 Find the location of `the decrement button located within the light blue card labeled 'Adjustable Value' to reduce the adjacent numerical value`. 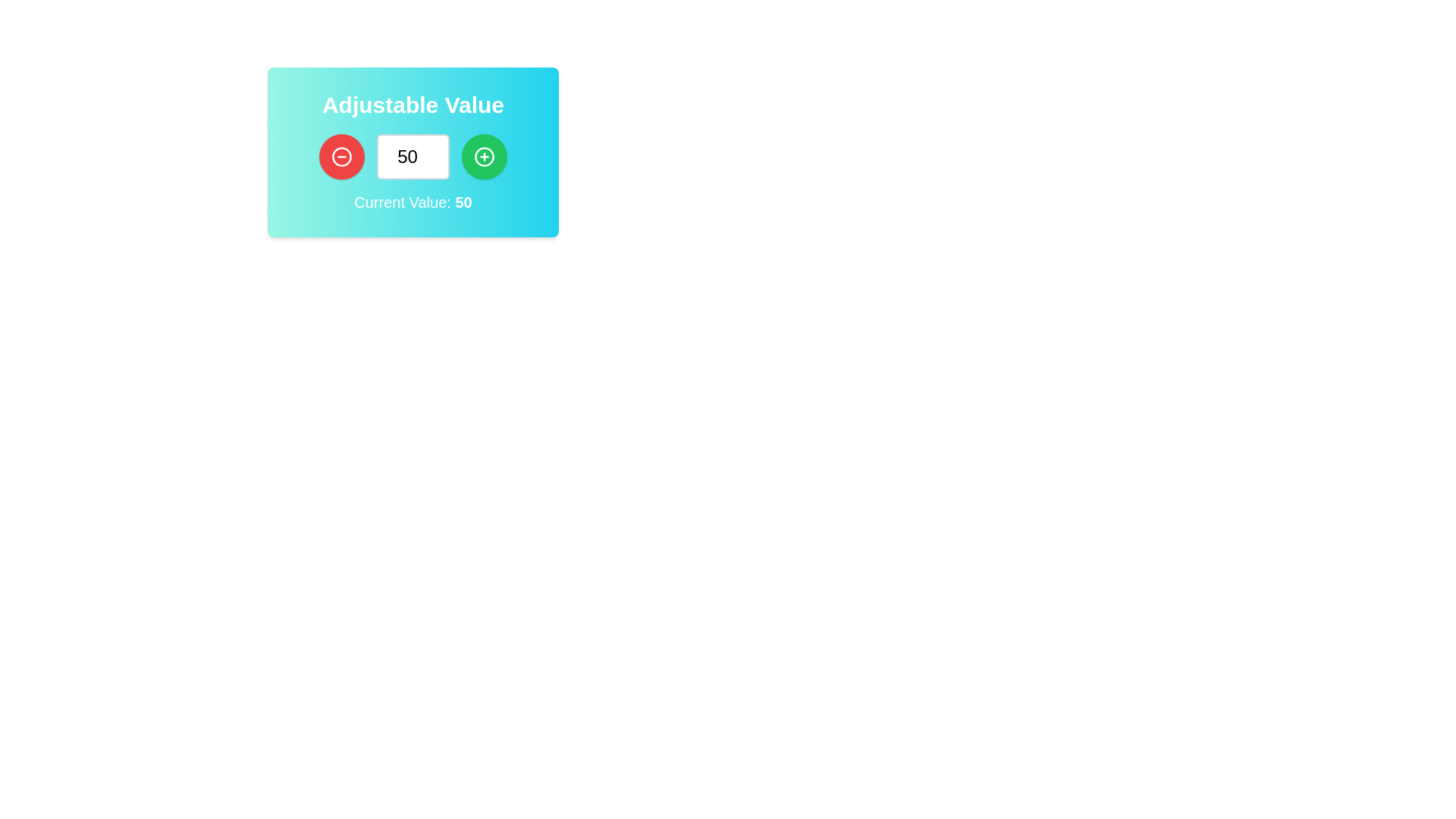

the decrement button located within the light blue card labeled 'Adjustable Value' to reduce the adjacent numerical value is located at coordinates (341, 157).